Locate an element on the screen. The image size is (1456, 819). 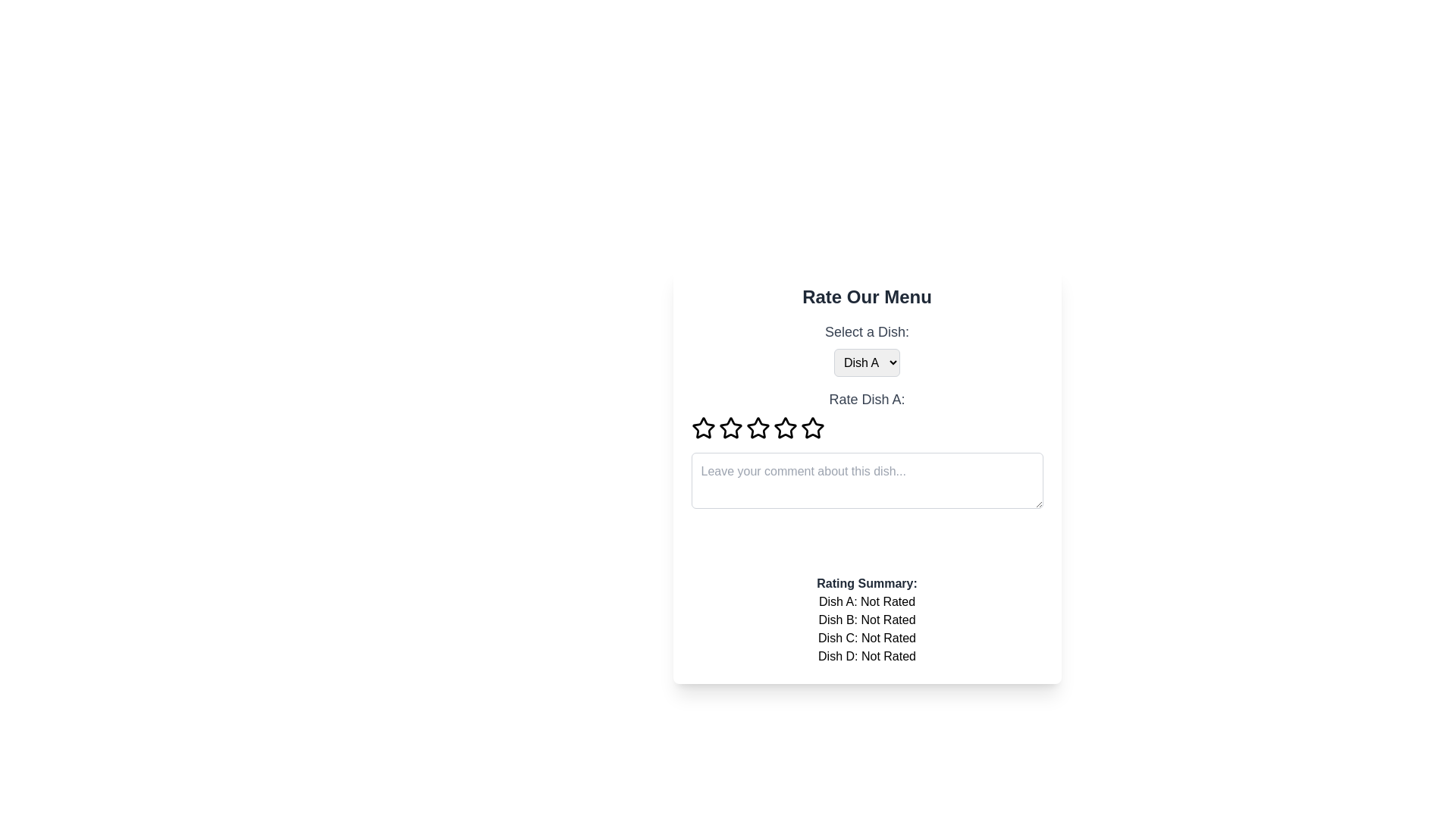
the third star icon for rating 'Dish A' is located at coordinates (785, 428).